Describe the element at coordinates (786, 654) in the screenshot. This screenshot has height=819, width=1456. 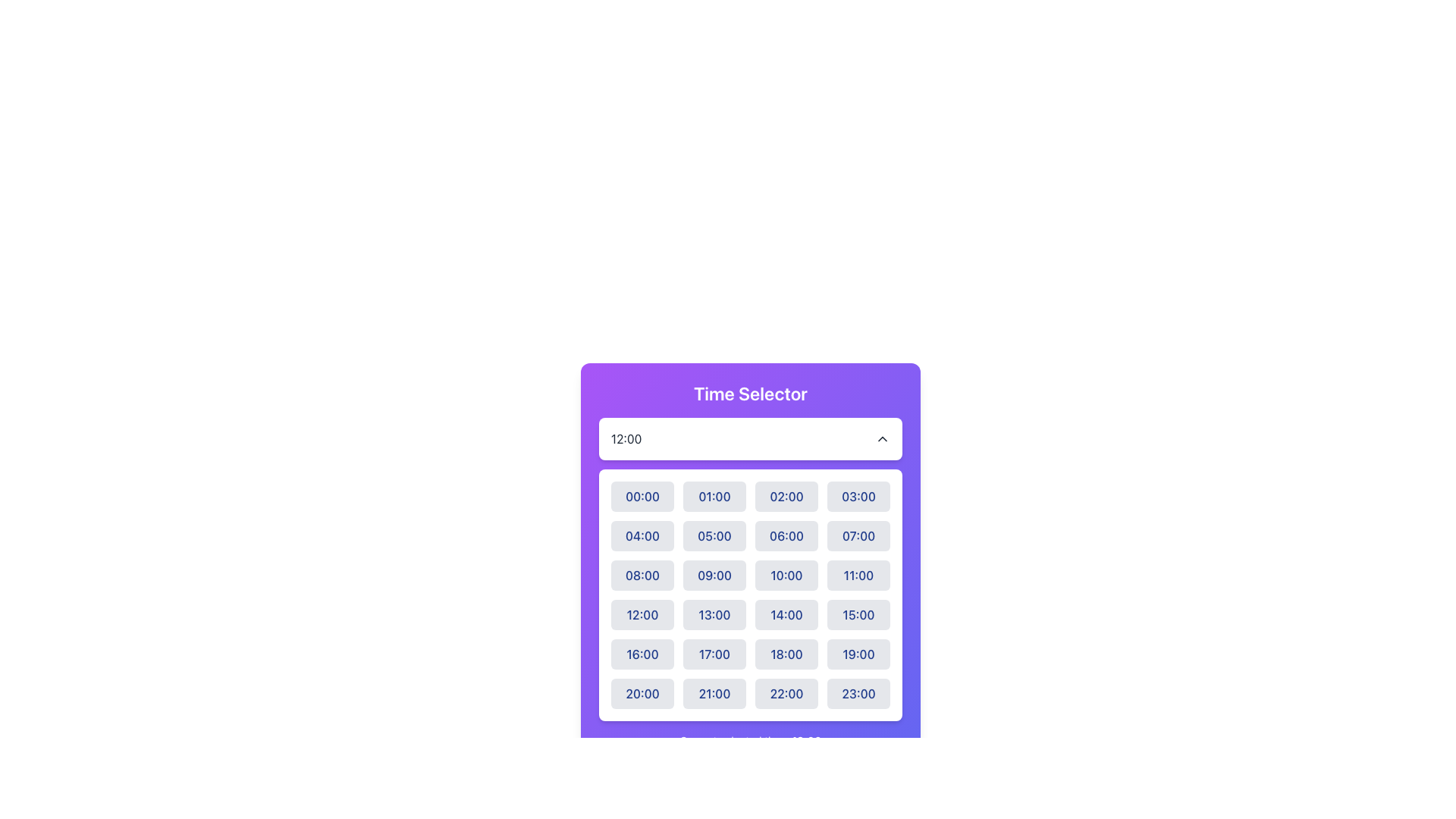
I see `the button labeled '18:00' with a light gray background in the Time Selector modal` at that location.